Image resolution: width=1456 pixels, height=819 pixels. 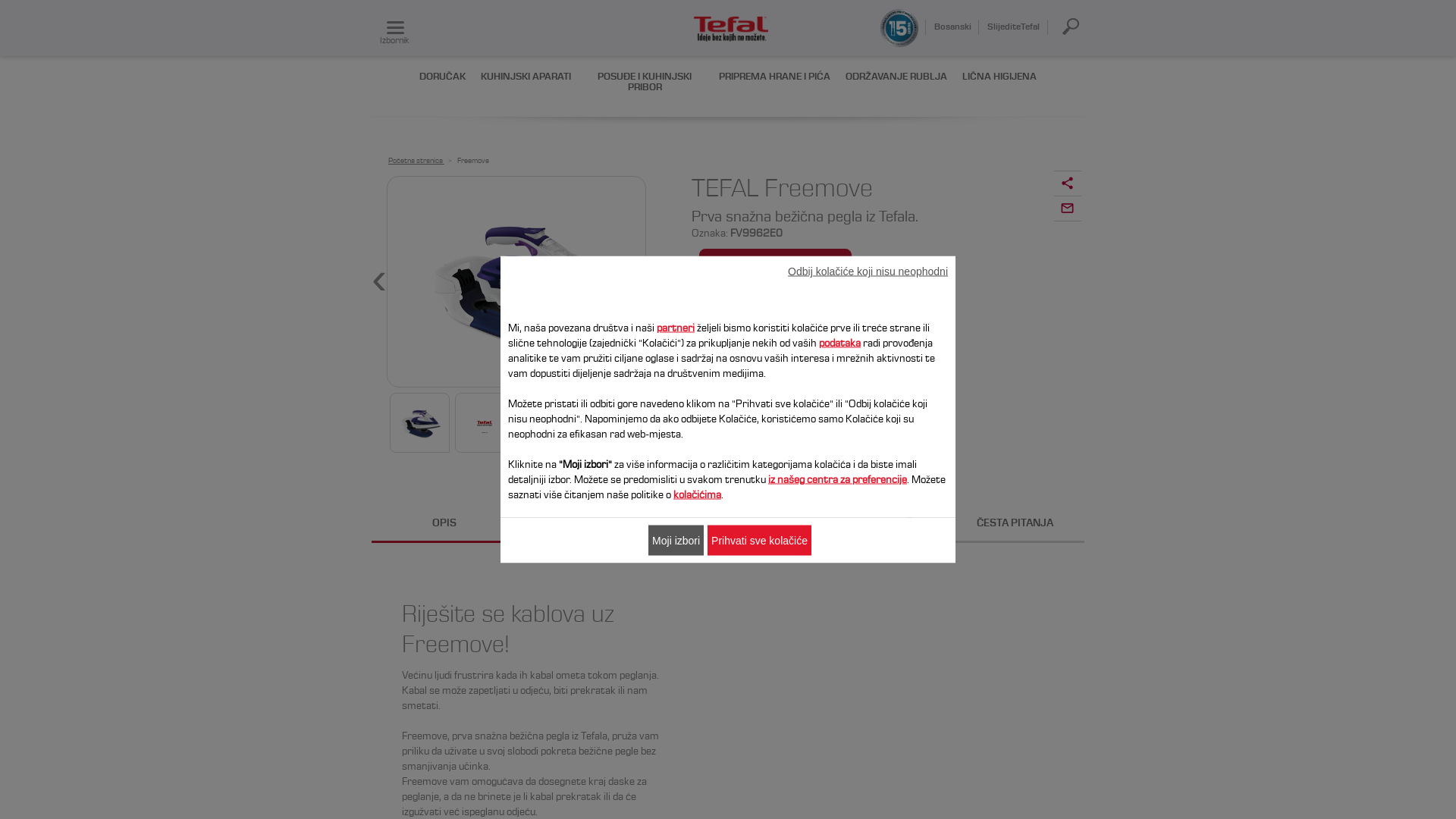 What do you see at coordinates (457, 161) in the screenshot?
I see `'Freemove'` at bounding box center [457, 161].